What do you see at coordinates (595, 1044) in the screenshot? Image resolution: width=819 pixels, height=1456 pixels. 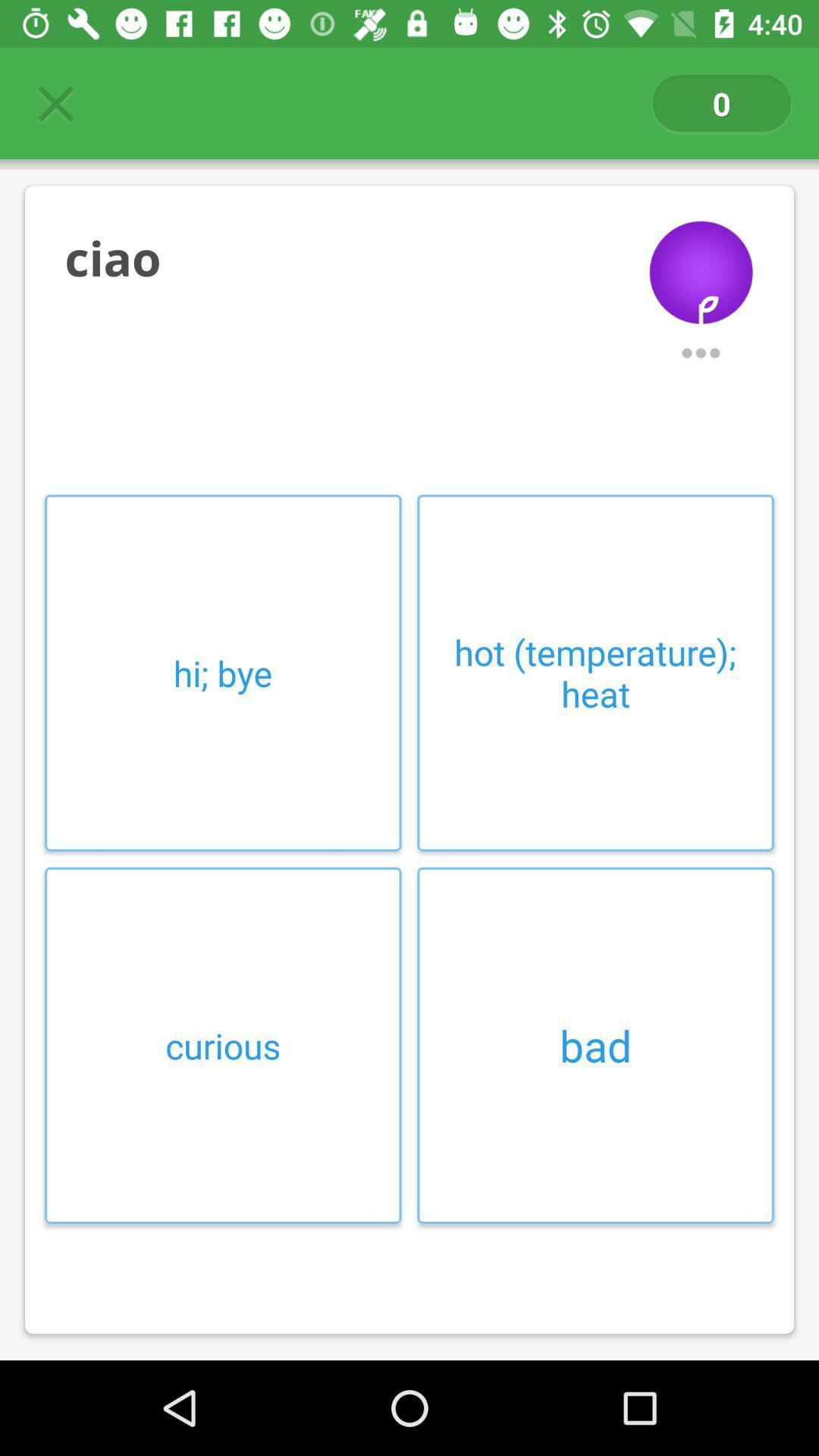 I see `bad item` at bounding box center [595, 1044].